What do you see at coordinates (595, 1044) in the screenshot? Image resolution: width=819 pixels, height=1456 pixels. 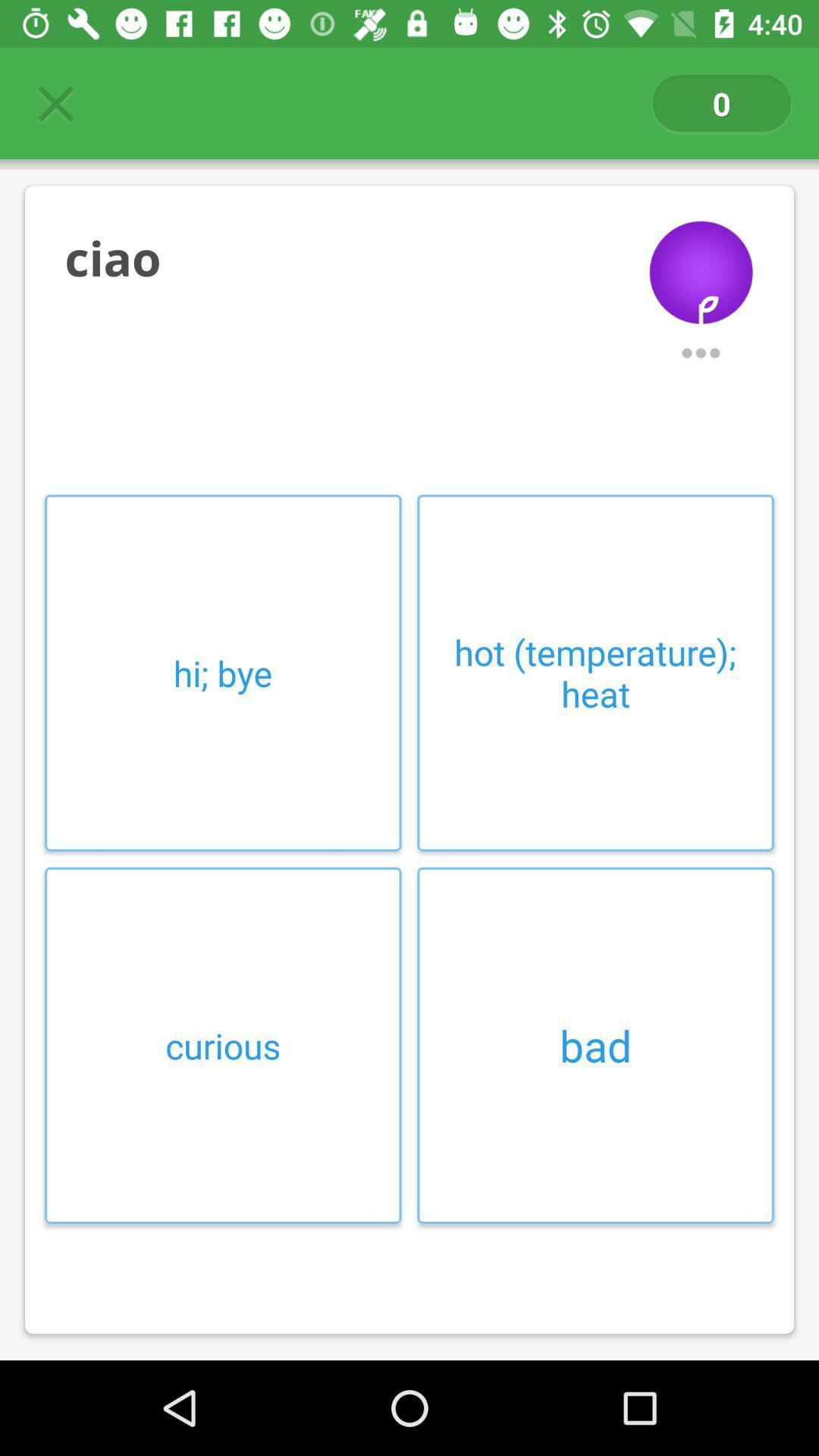 I see `bad item` at bounding box center [595, 1044].